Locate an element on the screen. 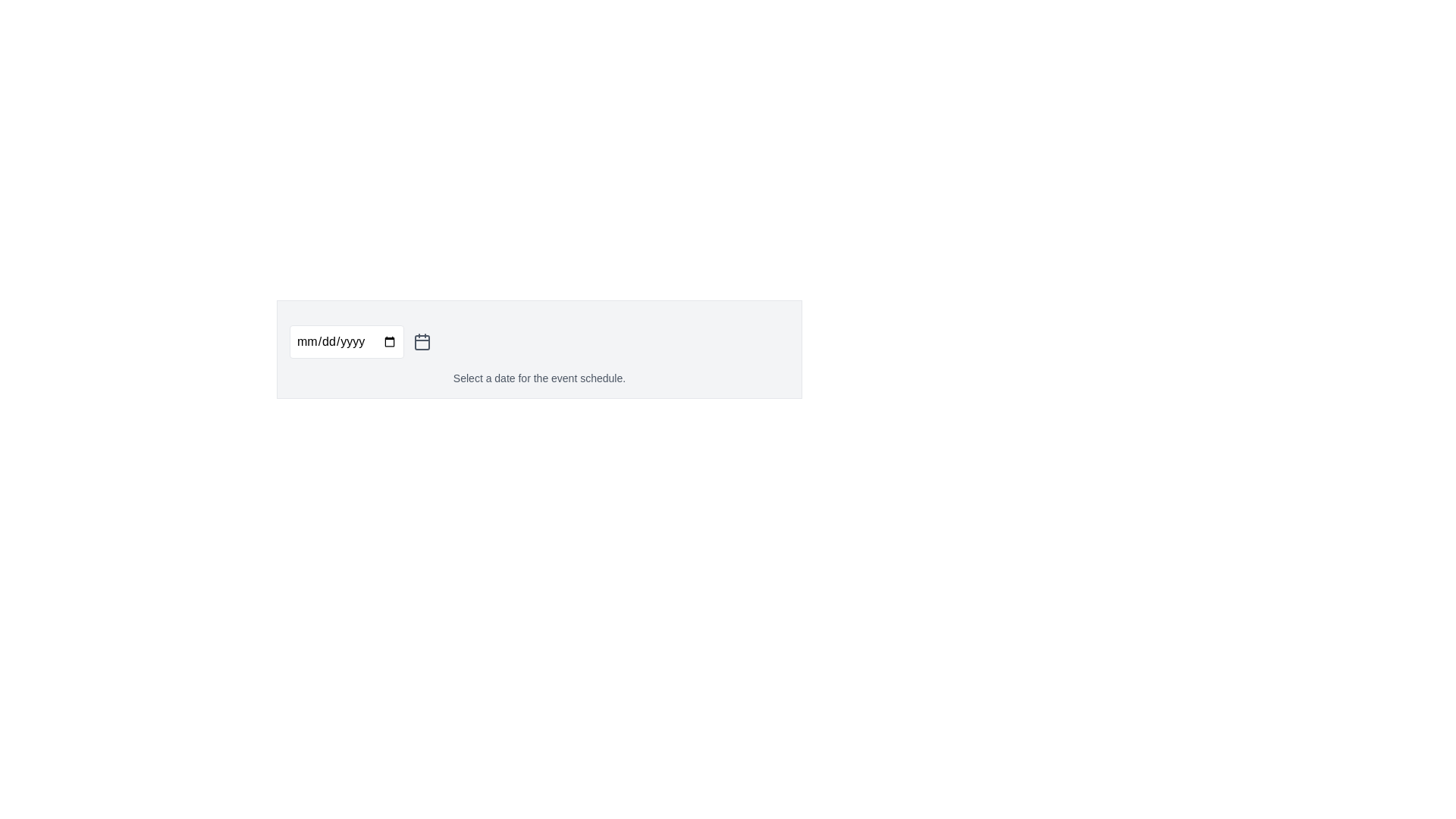 The width and height of the screenshot is (1456, 819). the date input field of the composite element that includes a calendar icon and a descriptive label to type a date is located at coordinates (539, 350).